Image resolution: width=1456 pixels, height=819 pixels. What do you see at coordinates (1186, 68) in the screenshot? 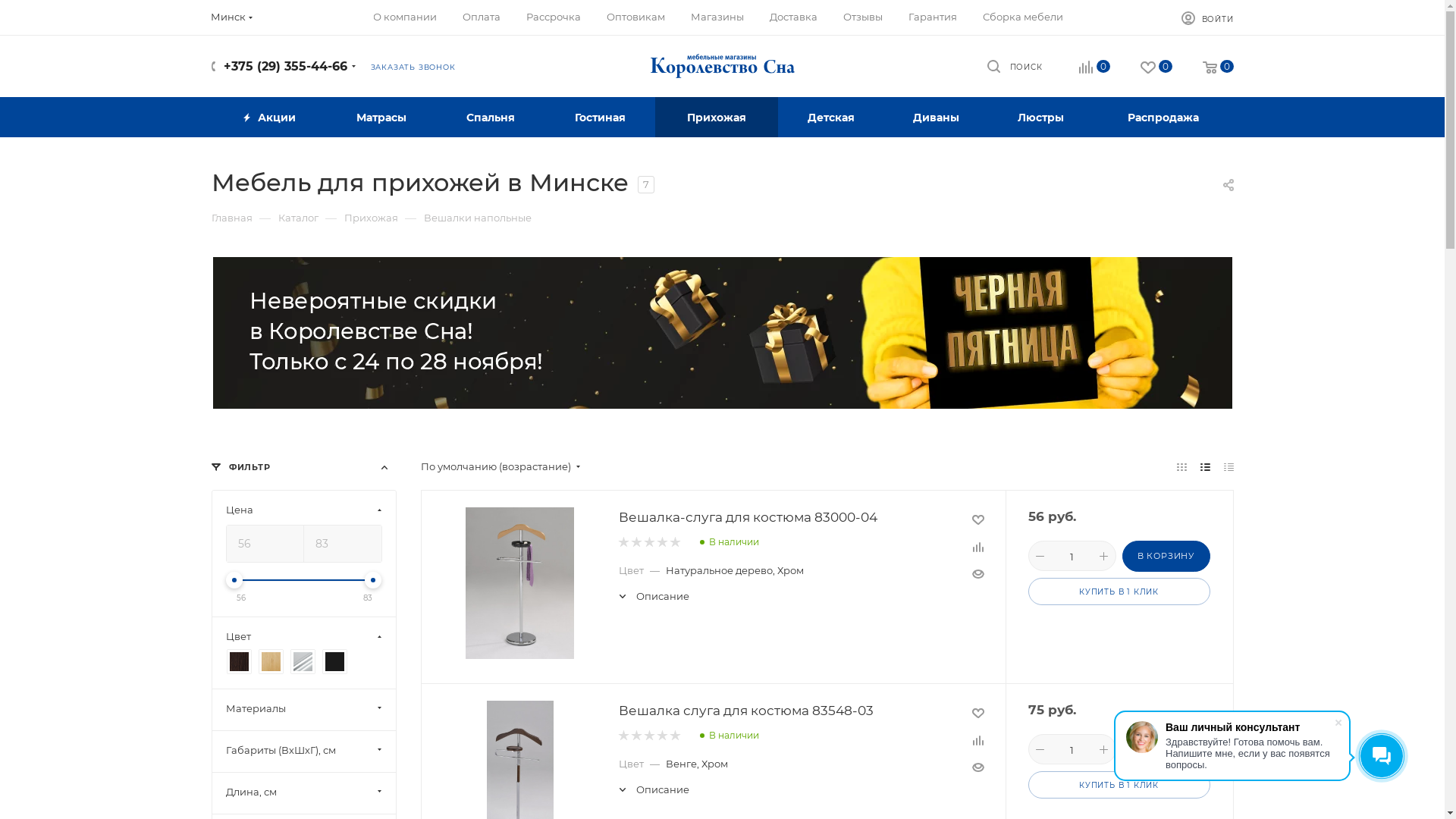
I see `'0'` at bounding box center [1186, 68].